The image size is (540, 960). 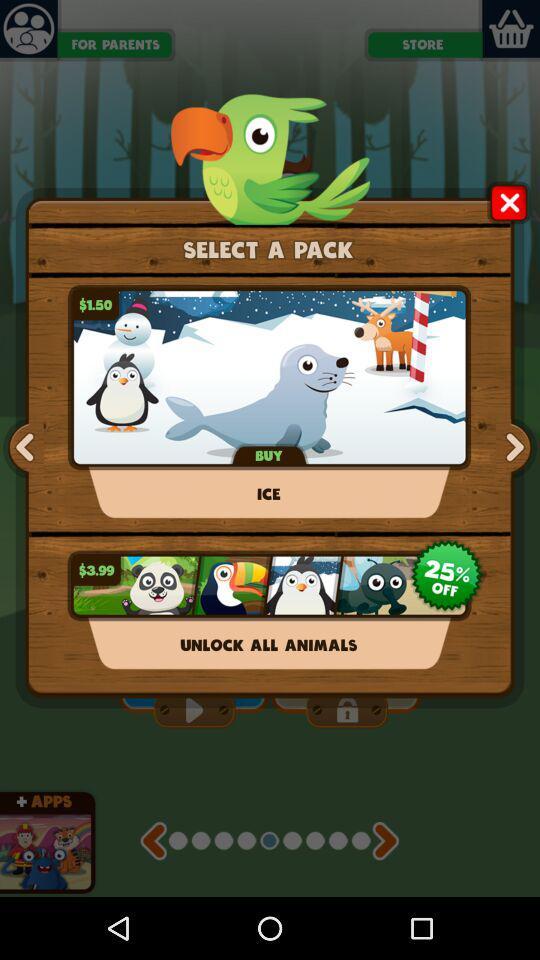 I want to click on the close icon, so click(x=508, y=217).